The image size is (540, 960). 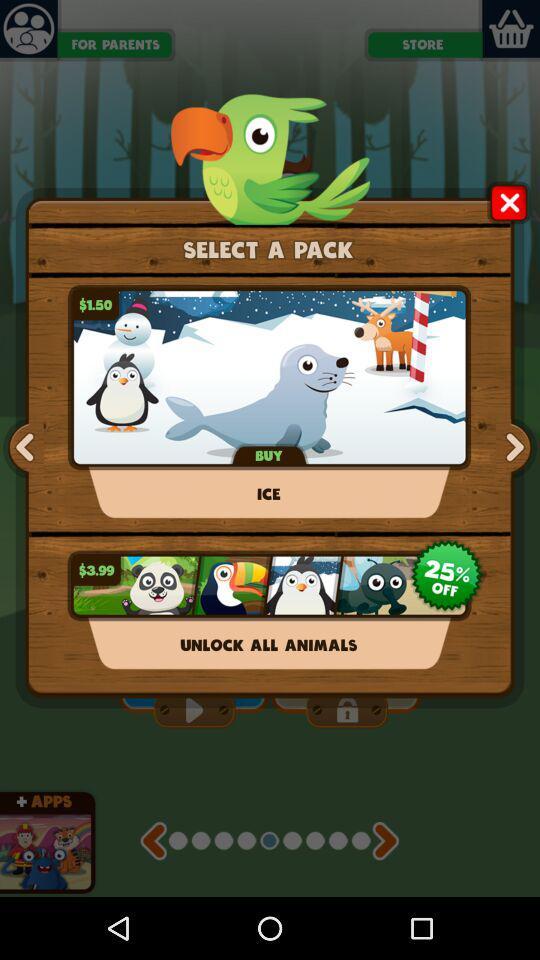 I want to click on the close icon, so click(x=508, y=217).